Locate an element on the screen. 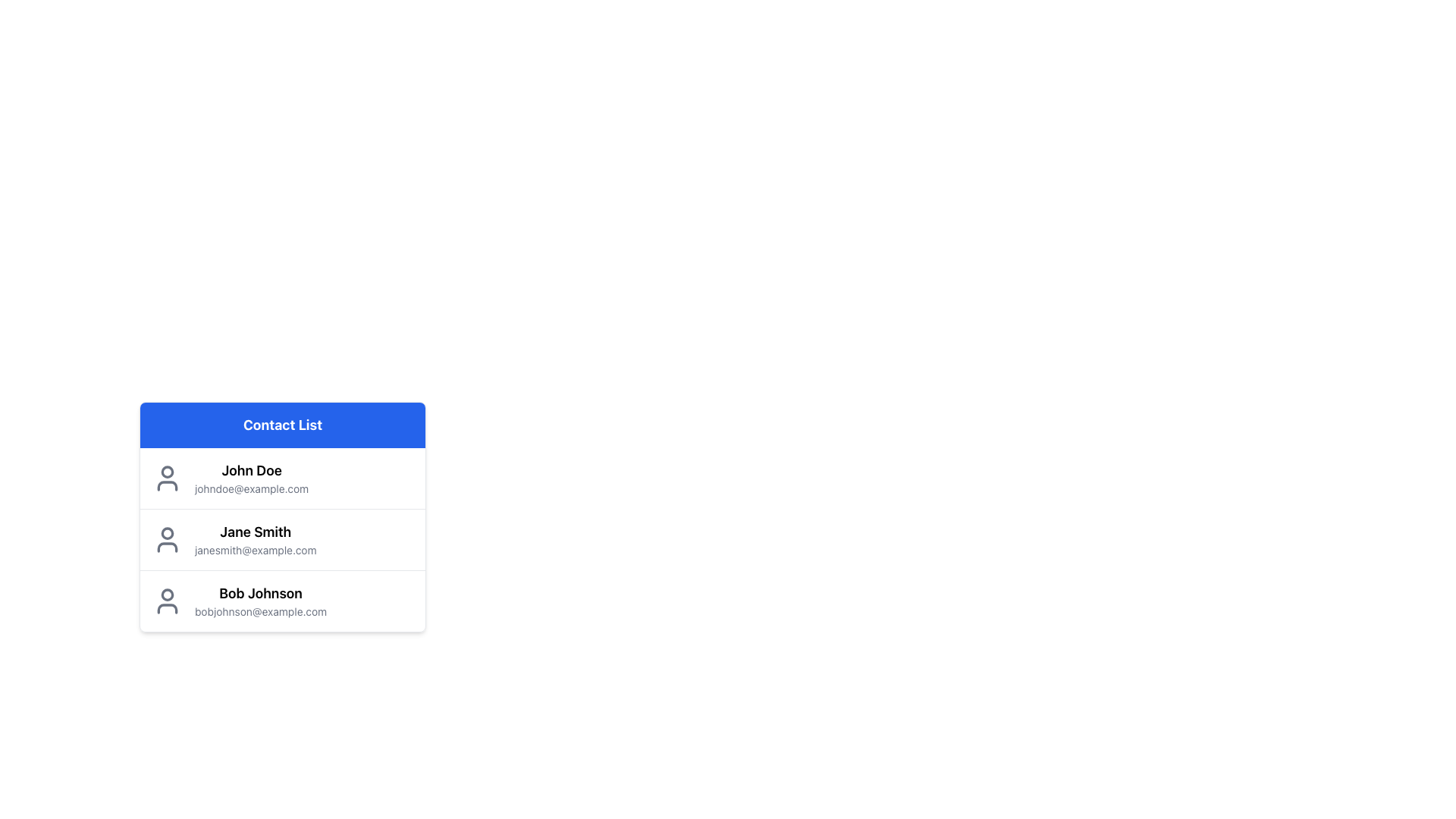 Image resolution: width=1456 pixels, height=819 pixels. the text label displaying 'bobjohnson@example.com' which is located below the name 'Bob Johnson' in the contact list is located at coordinates (261, 610).